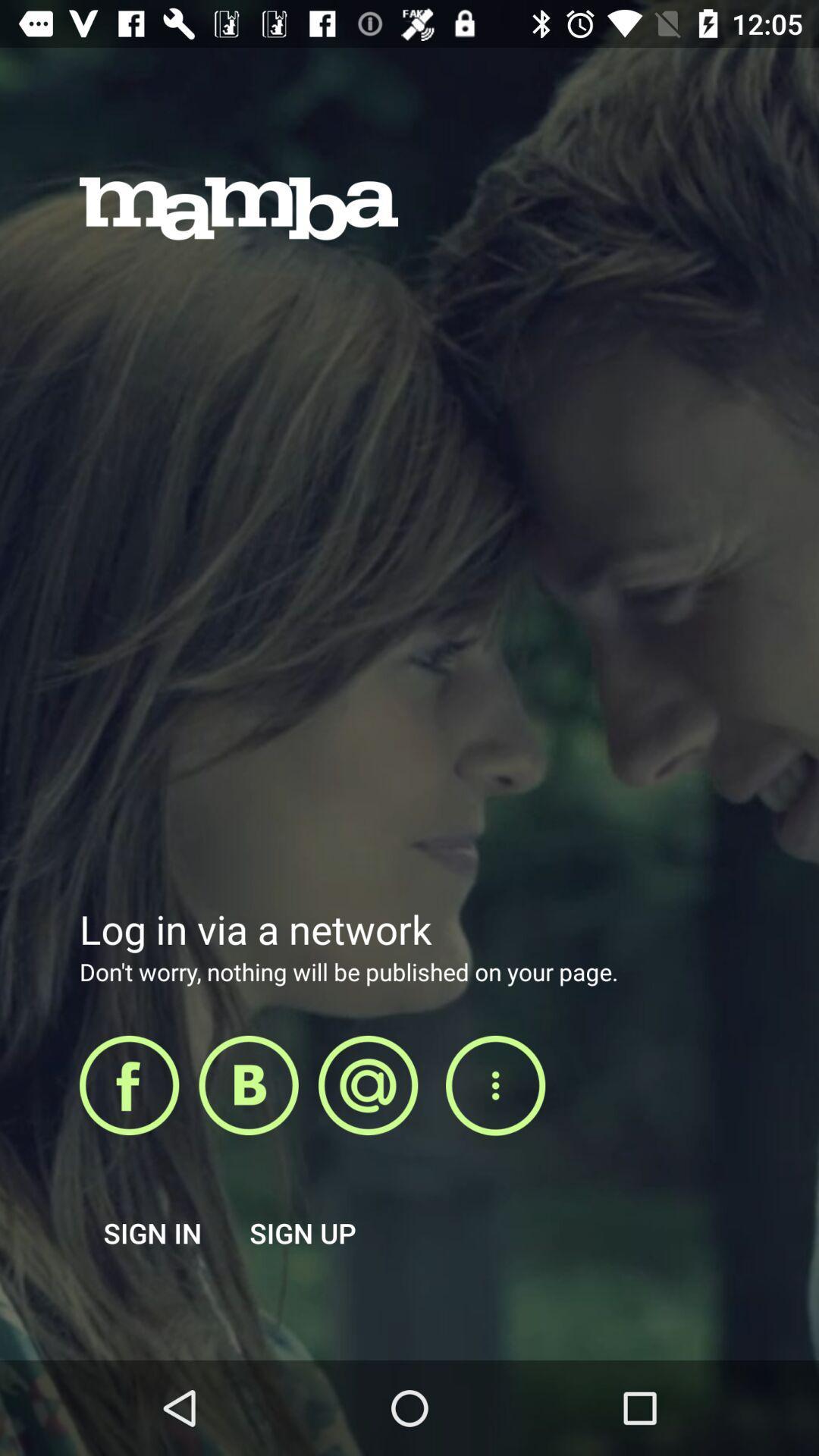  What do you see at coordinates (495, 1085) in the screenshot?
I see `other sharing options` at bounding box center [495, 1085].